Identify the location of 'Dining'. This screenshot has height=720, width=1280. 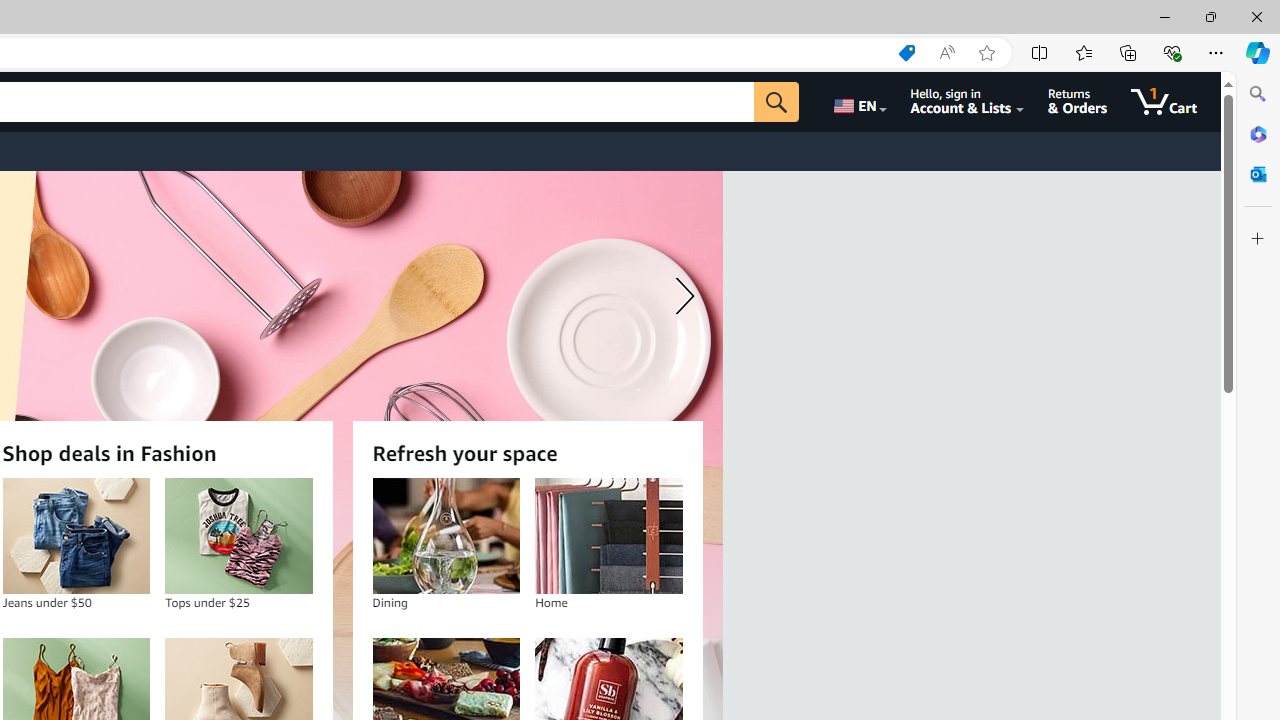
(445, 535).